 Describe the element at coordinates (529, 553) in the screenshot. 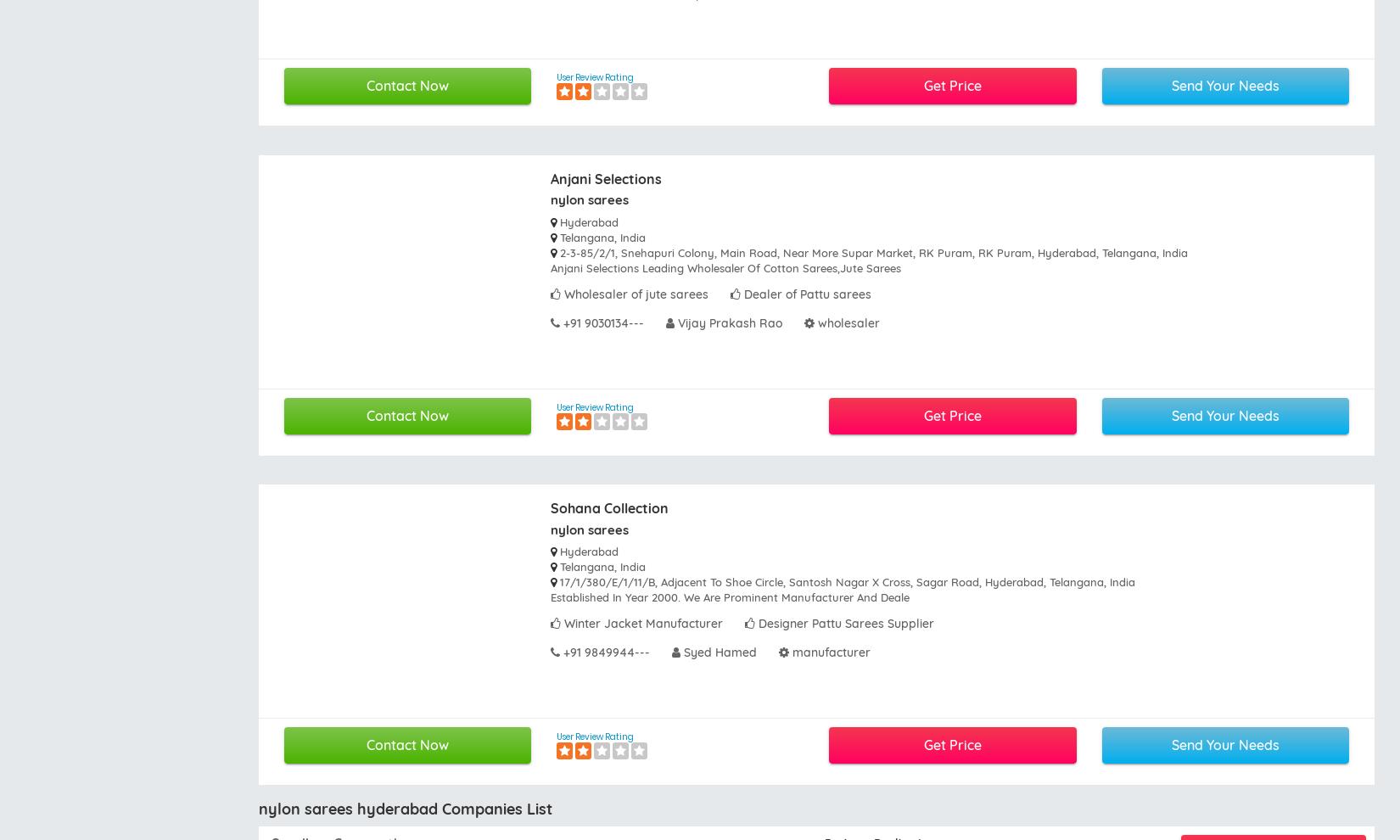

I see `'Privacy Policy'` at that location.